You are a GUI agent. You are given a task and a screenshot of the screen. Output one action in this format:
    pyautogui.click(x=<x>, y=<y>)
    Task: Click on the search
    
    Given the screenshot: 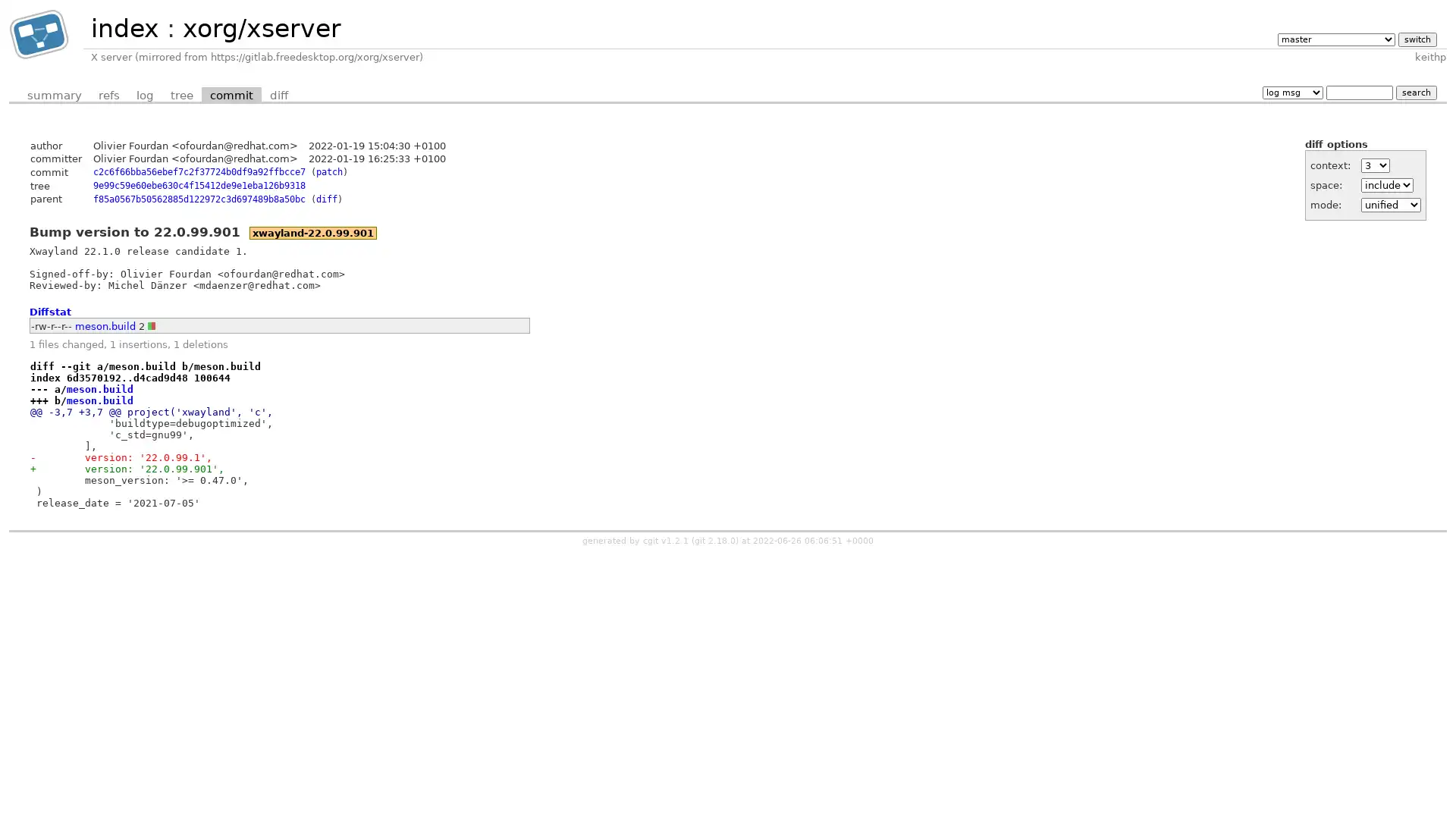 What is the action you would take?
    pyautogui.click(x=1415, y=92)
    